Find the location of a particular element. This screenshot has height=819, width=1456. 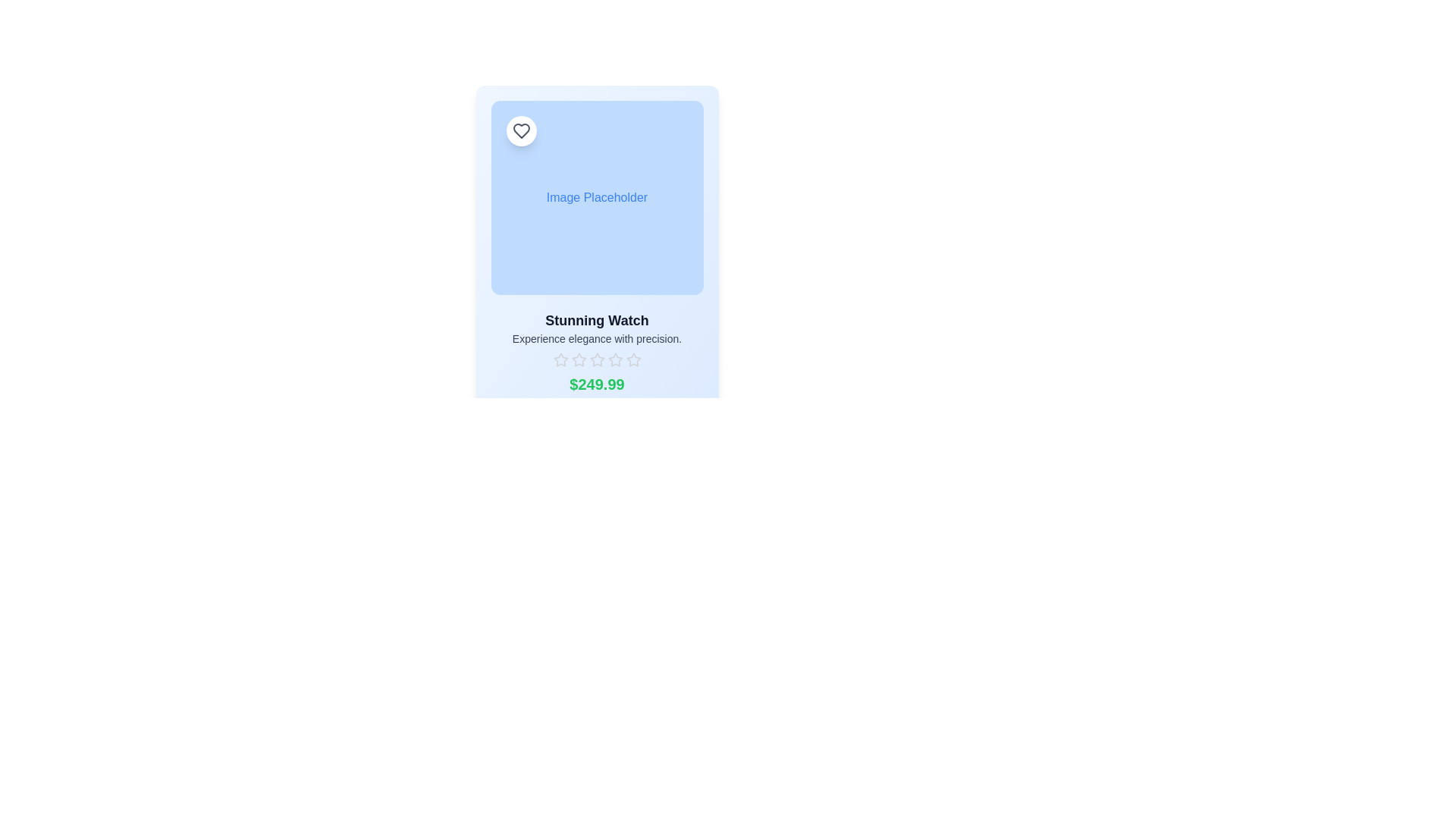

the static text element that provides additional information about the product, located below the title 'Stunning Watch.' is located at coordinates (596, 338).